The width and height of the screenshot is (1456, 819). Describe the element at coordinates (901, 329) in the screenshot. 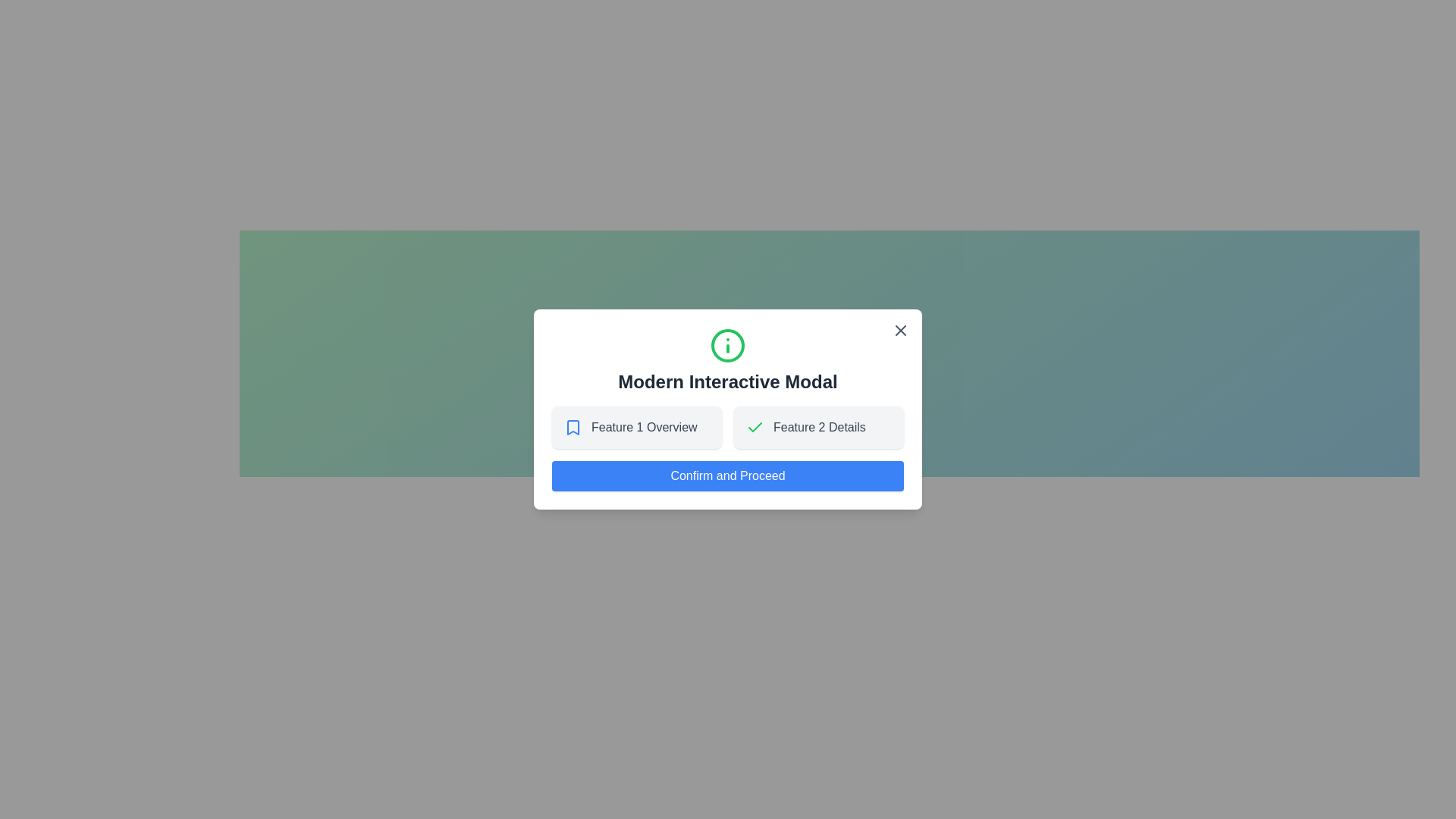

I see `the dark-colored cross icon located at the top-right corner of the modal dialog` at that location.